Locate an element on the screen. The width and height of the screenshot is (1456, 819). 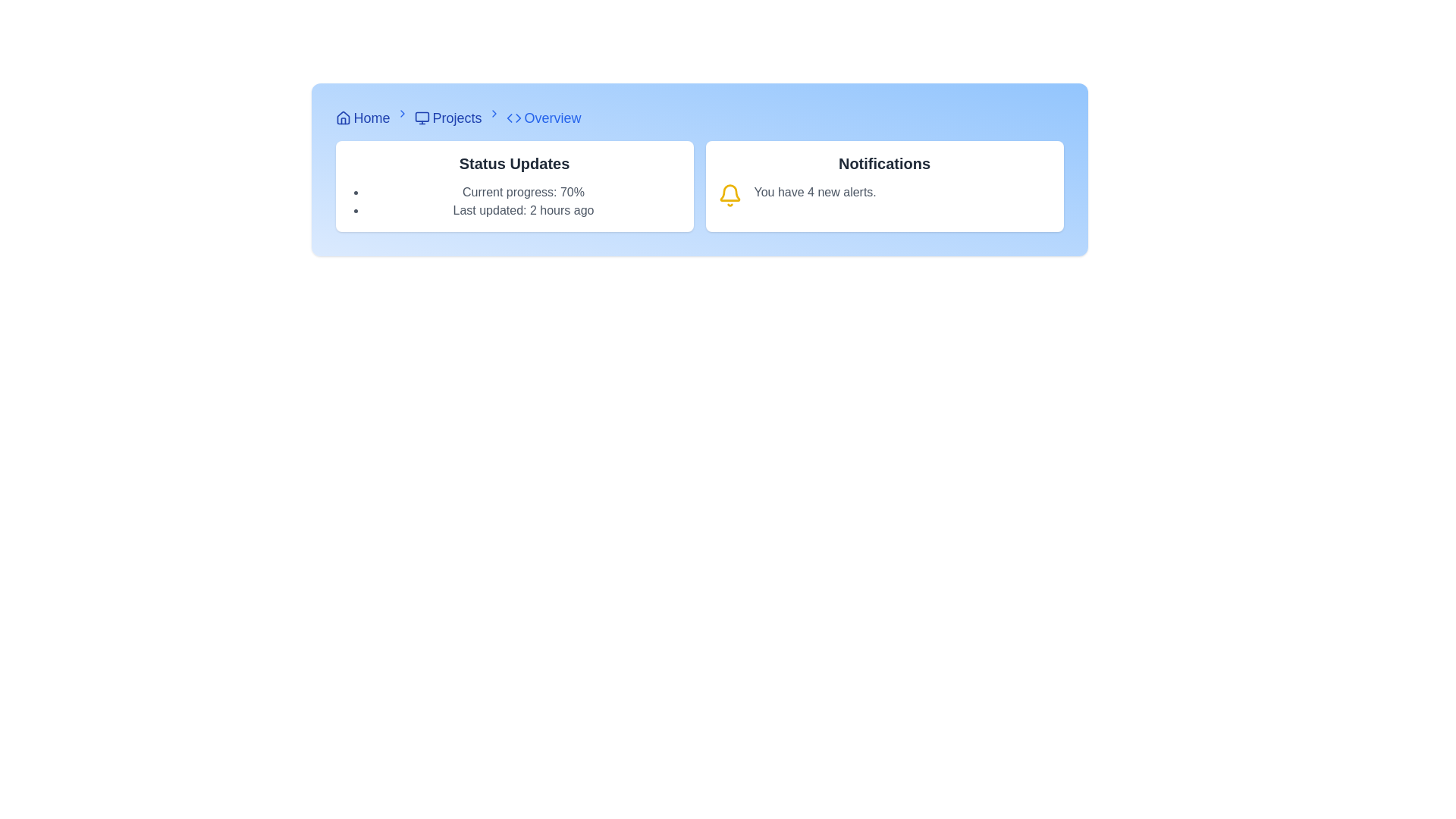
the 'Last updated: 2 hours ago' label, which is the second item in the bullet-pointed list located in the 'Status Updates' section is located at coordinates (523, 210).